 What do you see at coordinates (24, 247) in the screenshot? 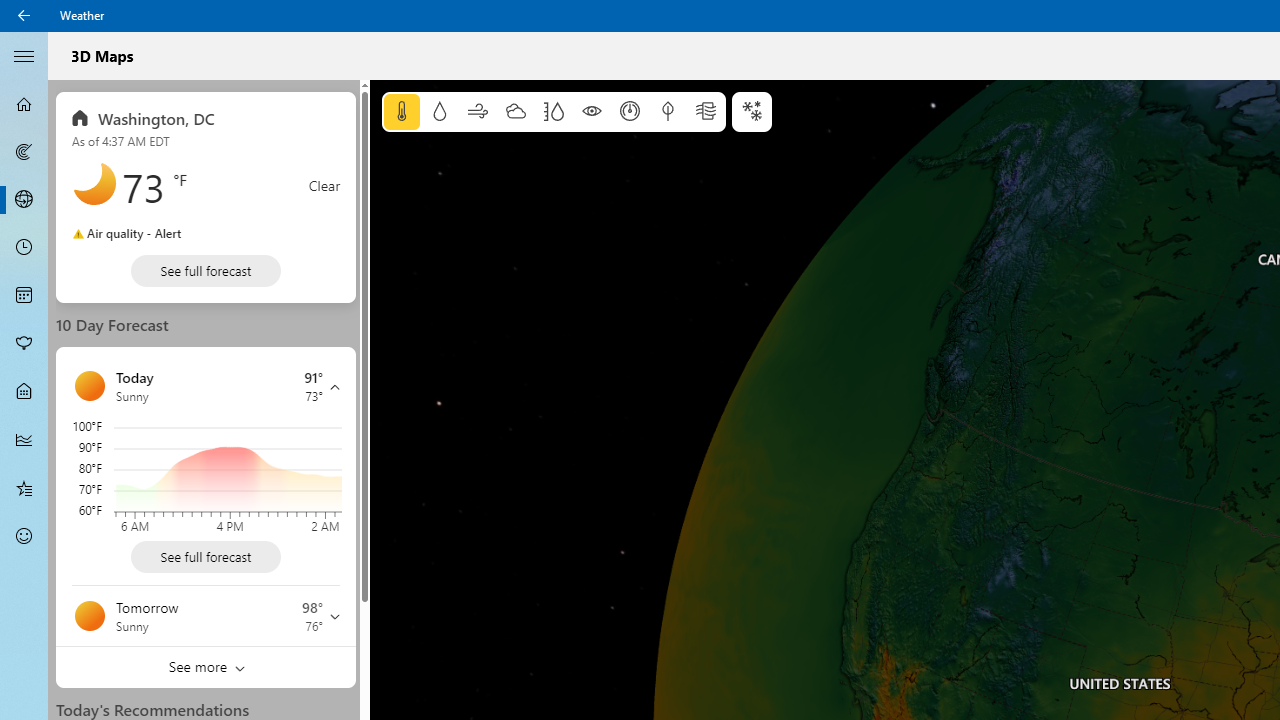
I see `'Hourly Forecast - Not Selected'` at bounding box center [24, 247].